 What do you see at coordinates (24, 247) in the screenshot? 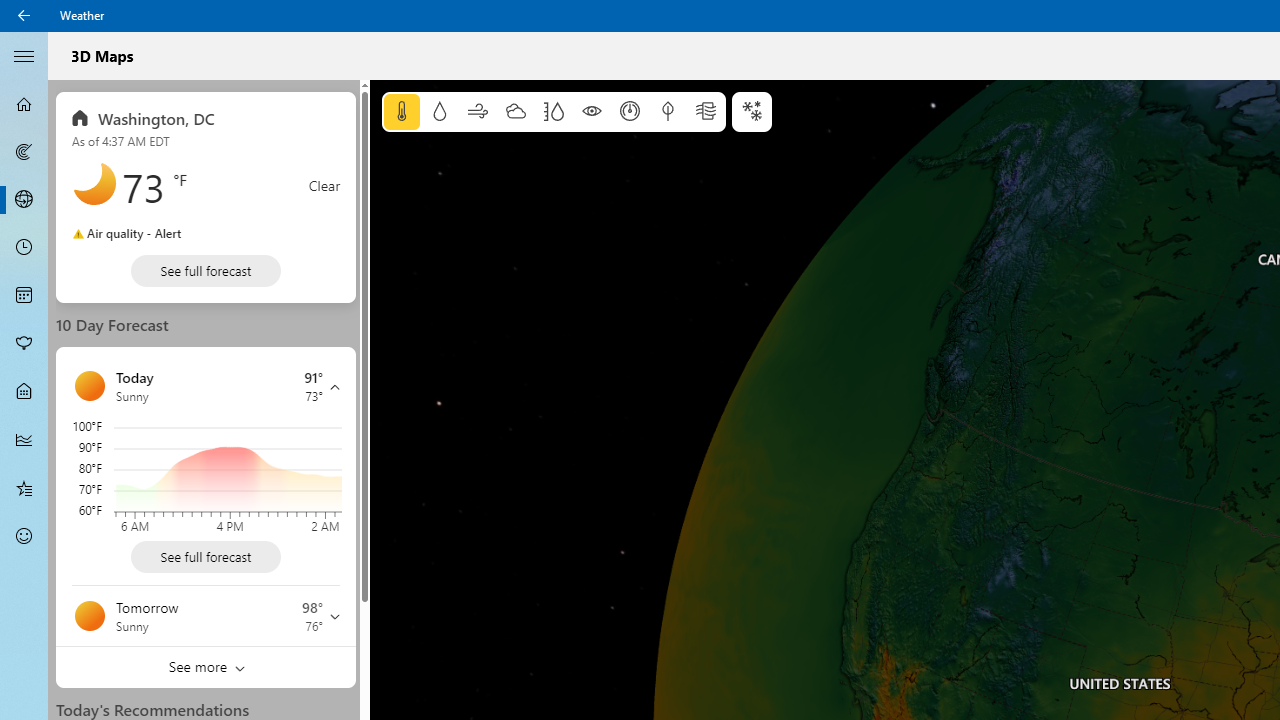
I see `'Hourly Forecast - Not Selected'` at bounding box center [24, 247].